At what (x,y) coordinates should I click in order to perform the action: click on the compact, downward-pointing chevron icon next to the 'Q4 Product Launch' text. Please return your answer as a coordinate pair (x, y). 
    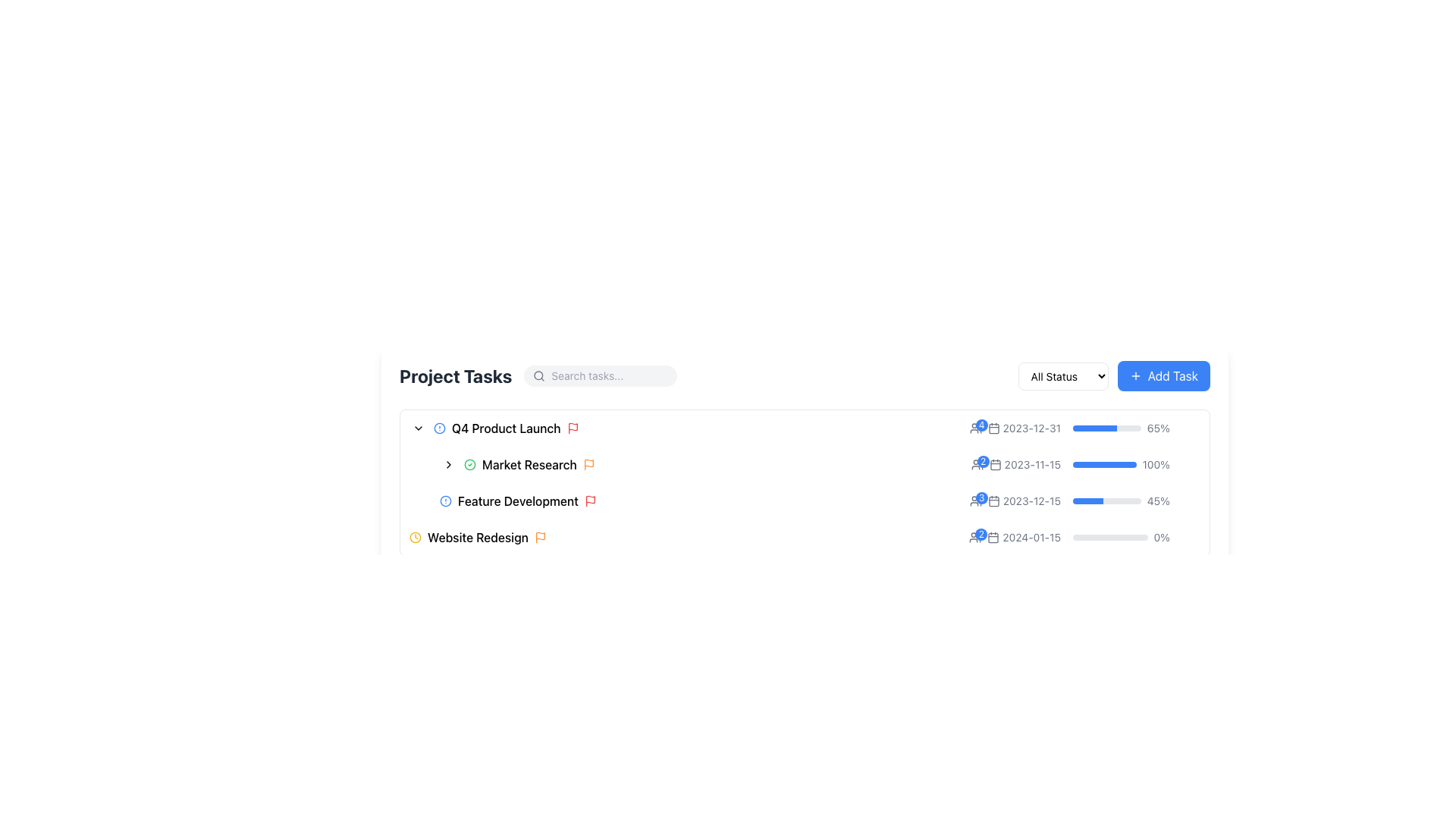
    Looking at the image, I should click on (419, 428).